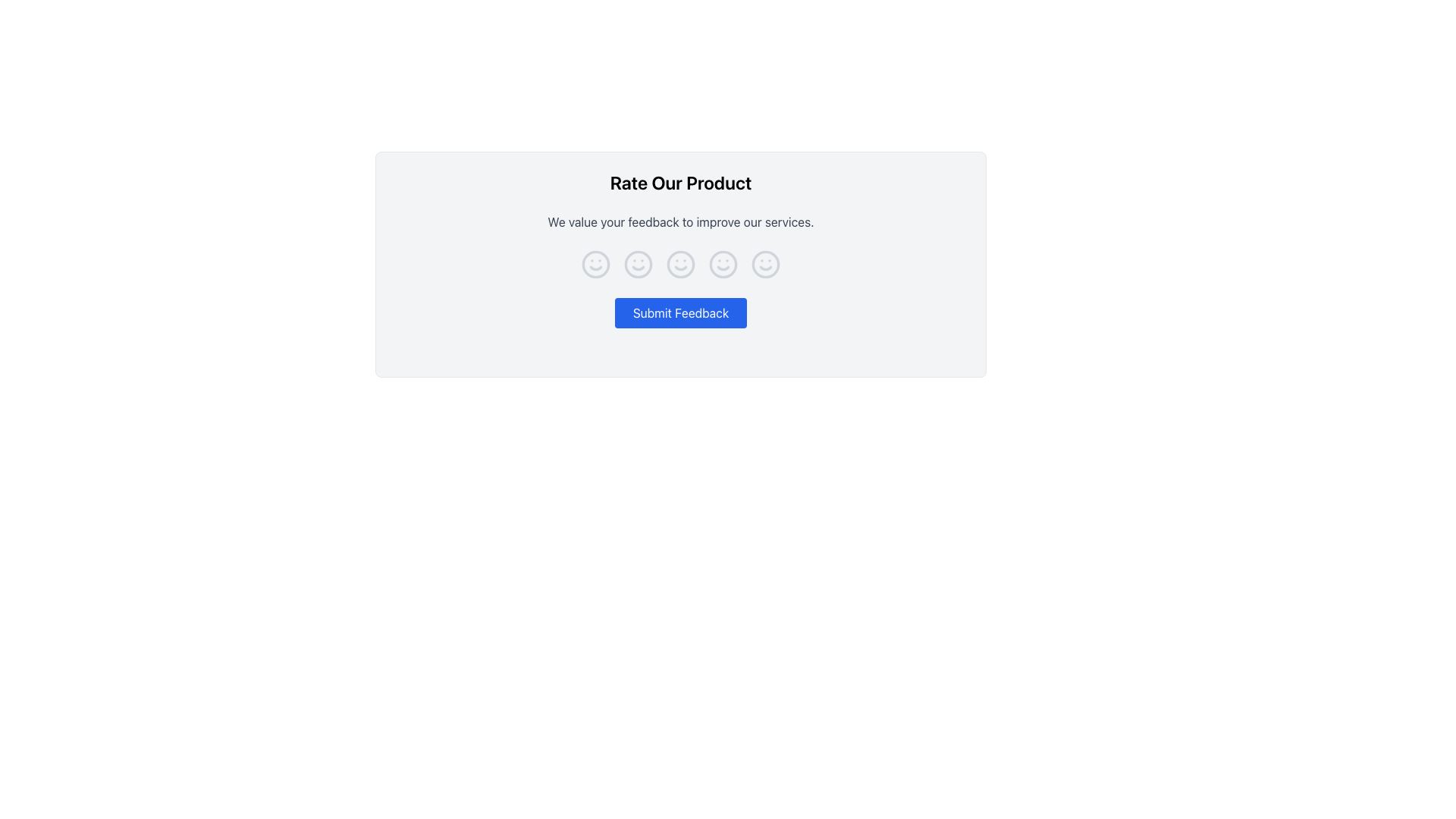 The width and height of the screenshot is (1456, 819). What do you see at coordinates (679, 312) in the screenshot?
I see `the feedback submission button located centrally below the smiley icons` at bounding box center [679, 312].